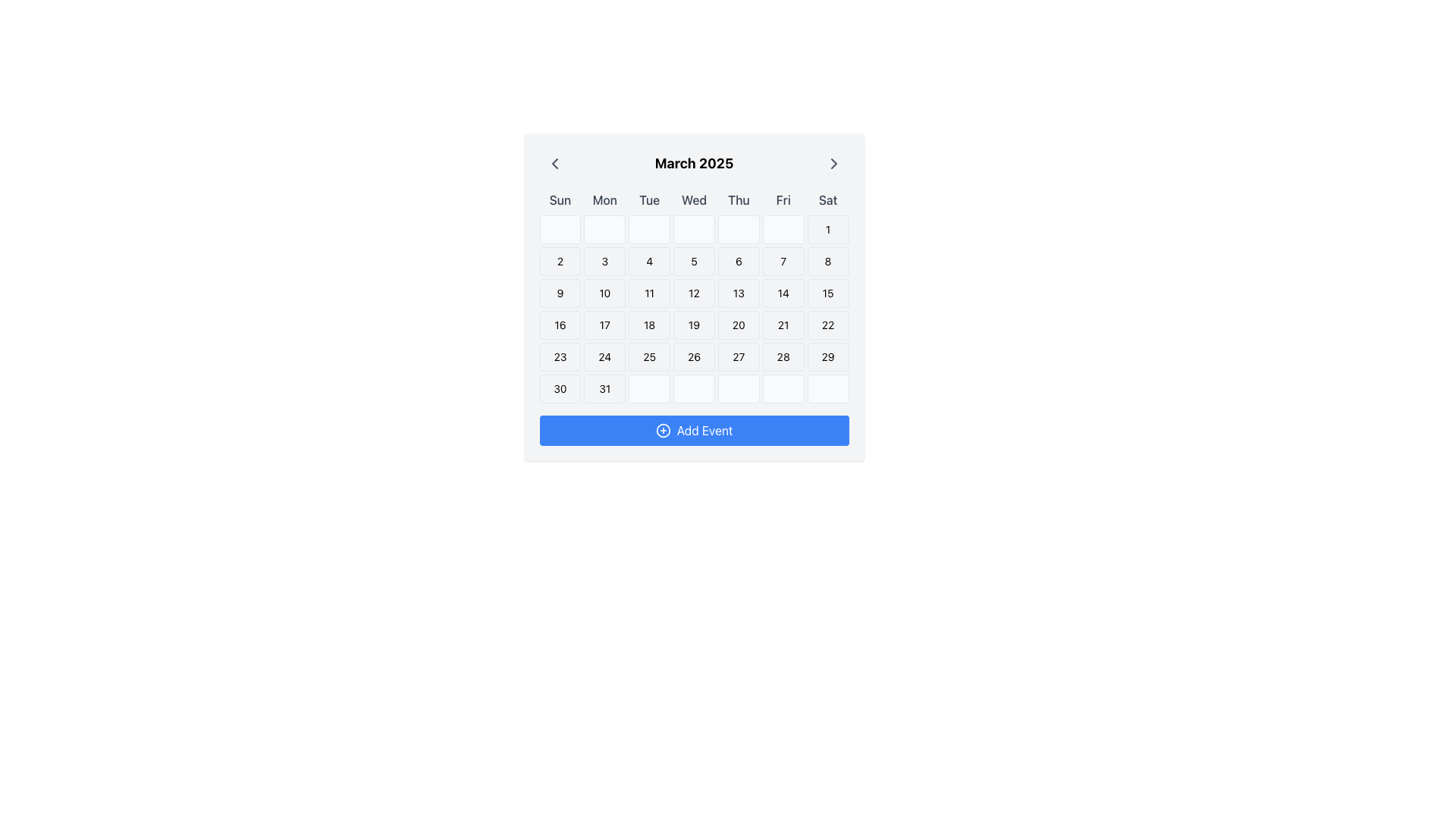 The width and height of the screenshot is (1456, 819). I want to click on the Button-like cell representing the date '22' in the calendar grid layout located in the last row and sixth column, so click(827, 324).